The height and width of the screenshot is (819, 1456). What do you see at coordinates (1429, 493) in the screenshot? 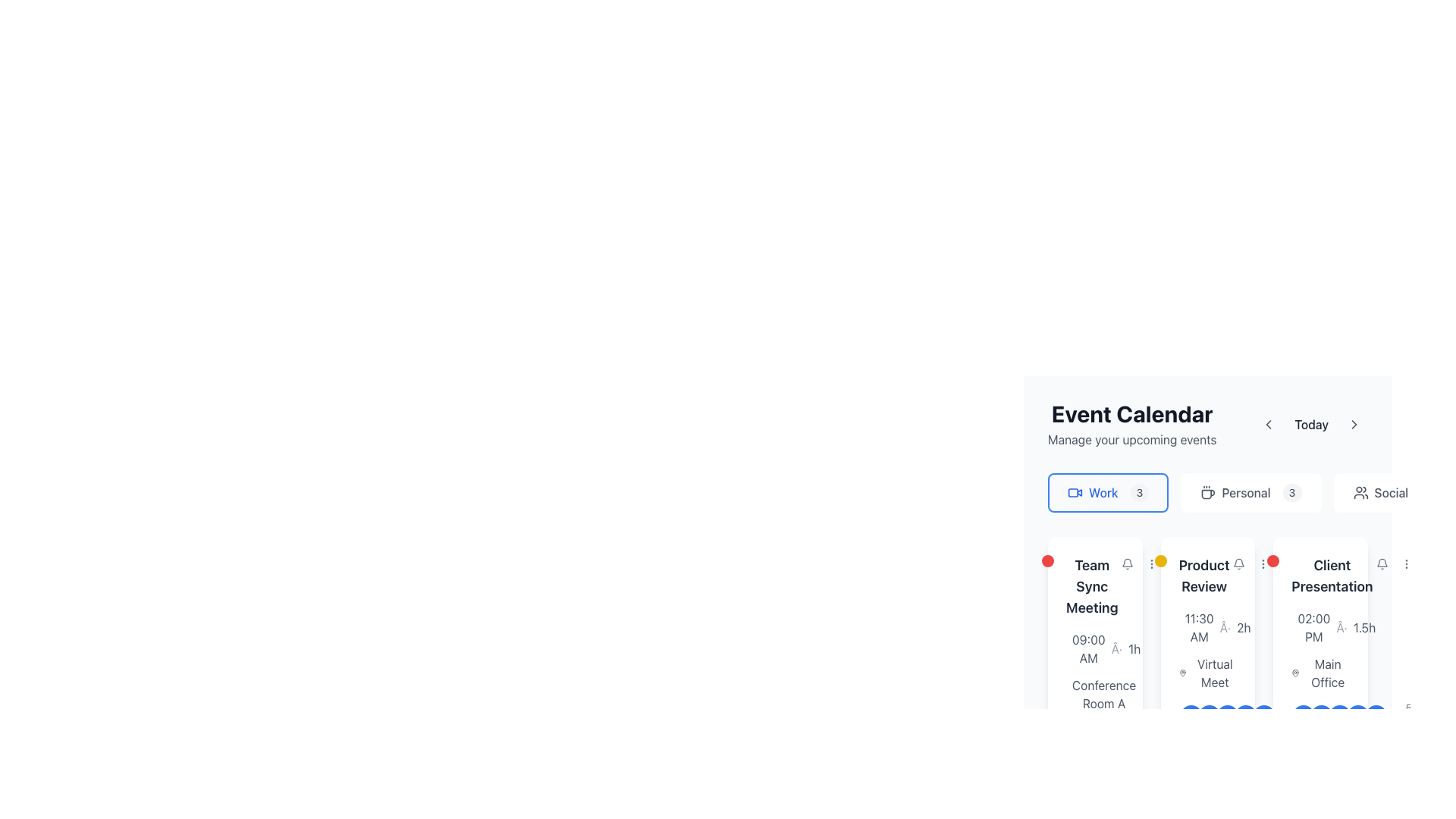
I see `the Counter Badge element positioned to the right of the 'Social' button in the navigation bar, indicating the count of new items` at bounding box center [1429, 493].